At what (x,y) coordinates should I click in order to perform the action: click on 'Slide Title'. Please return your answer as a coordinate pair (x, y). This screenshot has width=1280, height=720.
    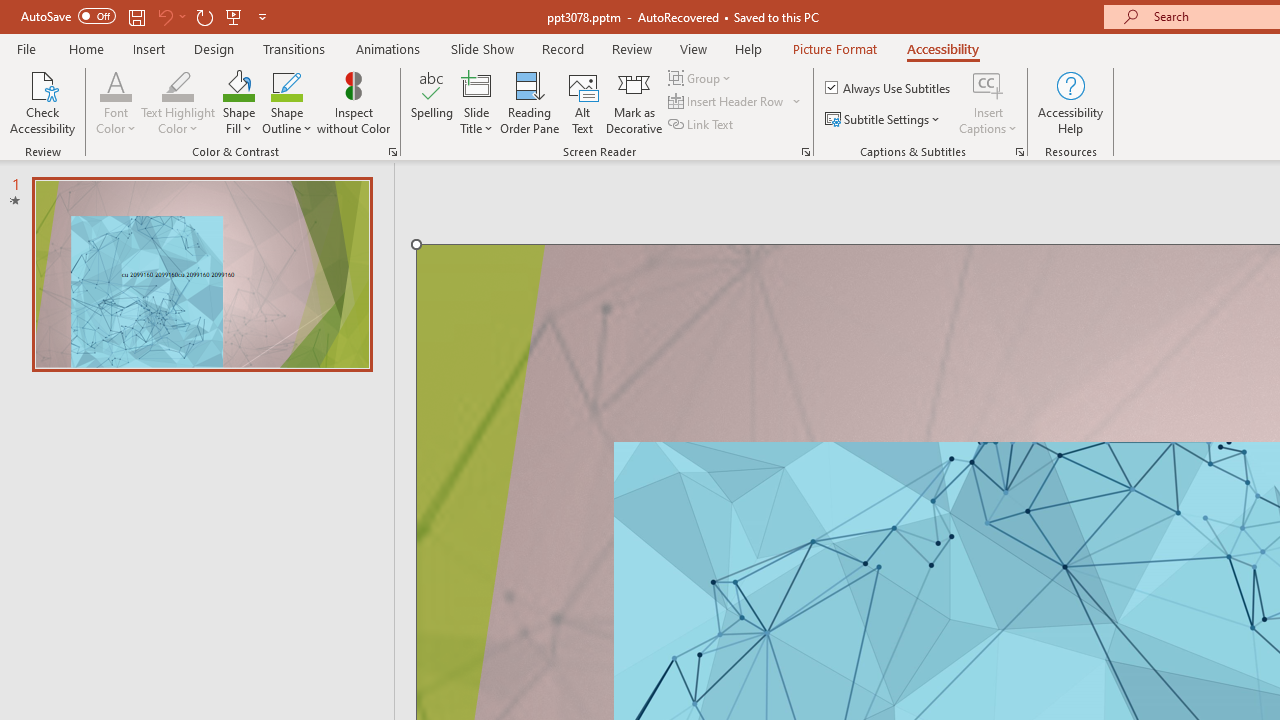
    Looking at the image, I should click on (475, 84).